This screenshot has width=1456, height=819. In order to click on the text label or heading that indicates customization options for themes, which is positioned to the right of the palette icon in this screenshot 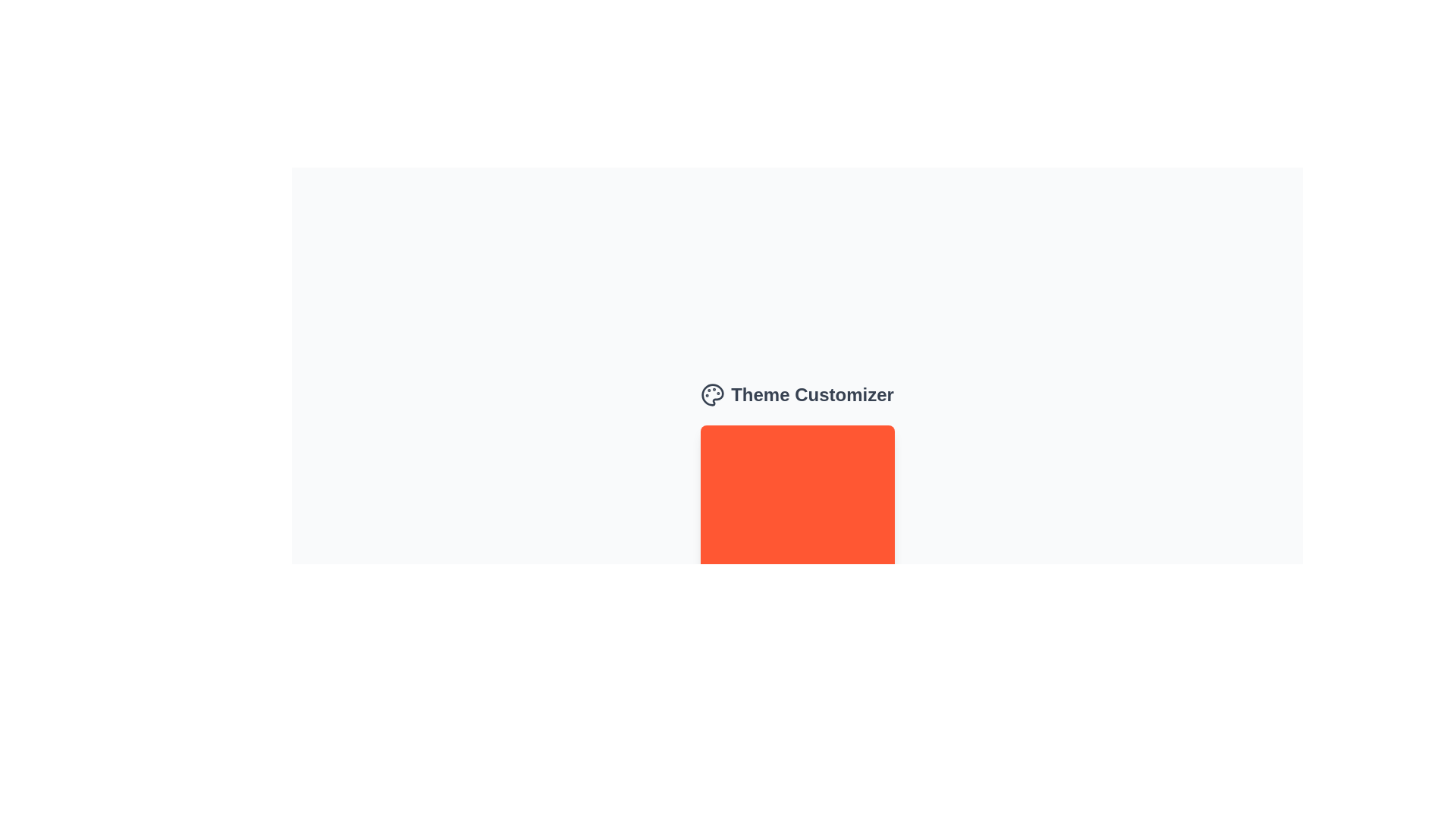, I will do `click(811, 394)`.